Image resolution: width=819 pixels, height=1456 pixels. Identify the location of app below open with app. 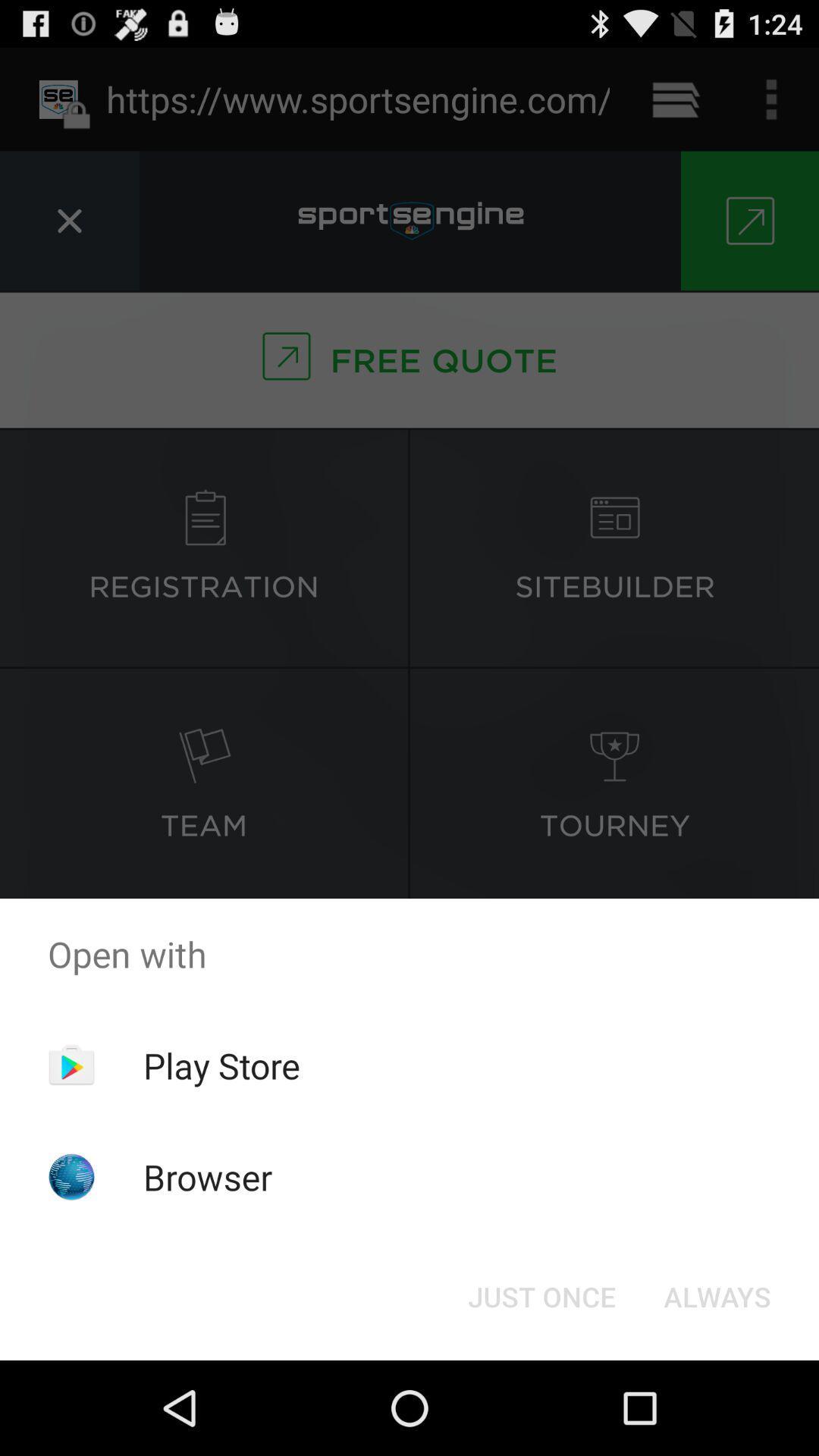
(221, 1065).